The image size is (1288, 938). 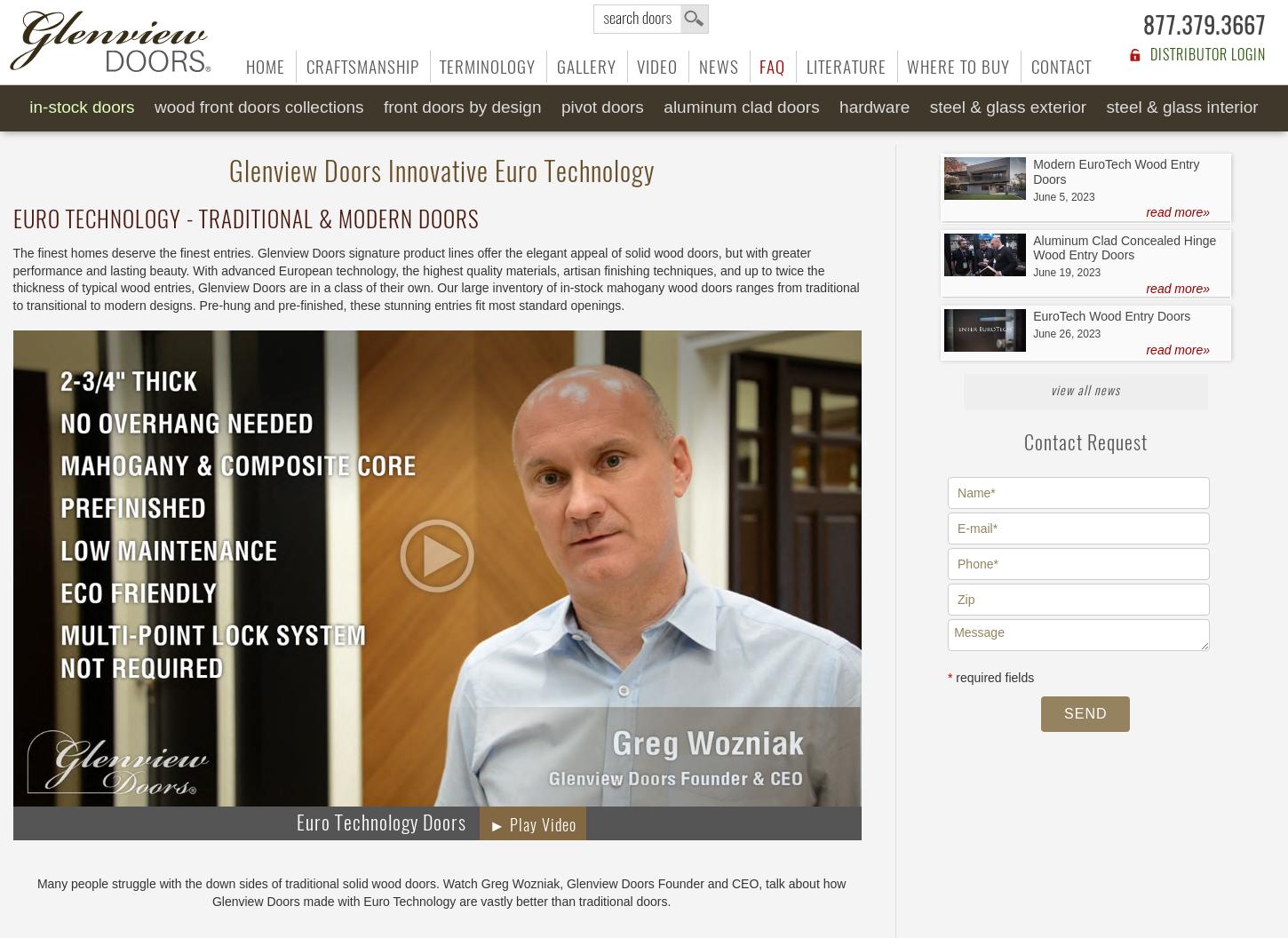 I want to click on '108" (9') Height', so click(x=651, y=156).